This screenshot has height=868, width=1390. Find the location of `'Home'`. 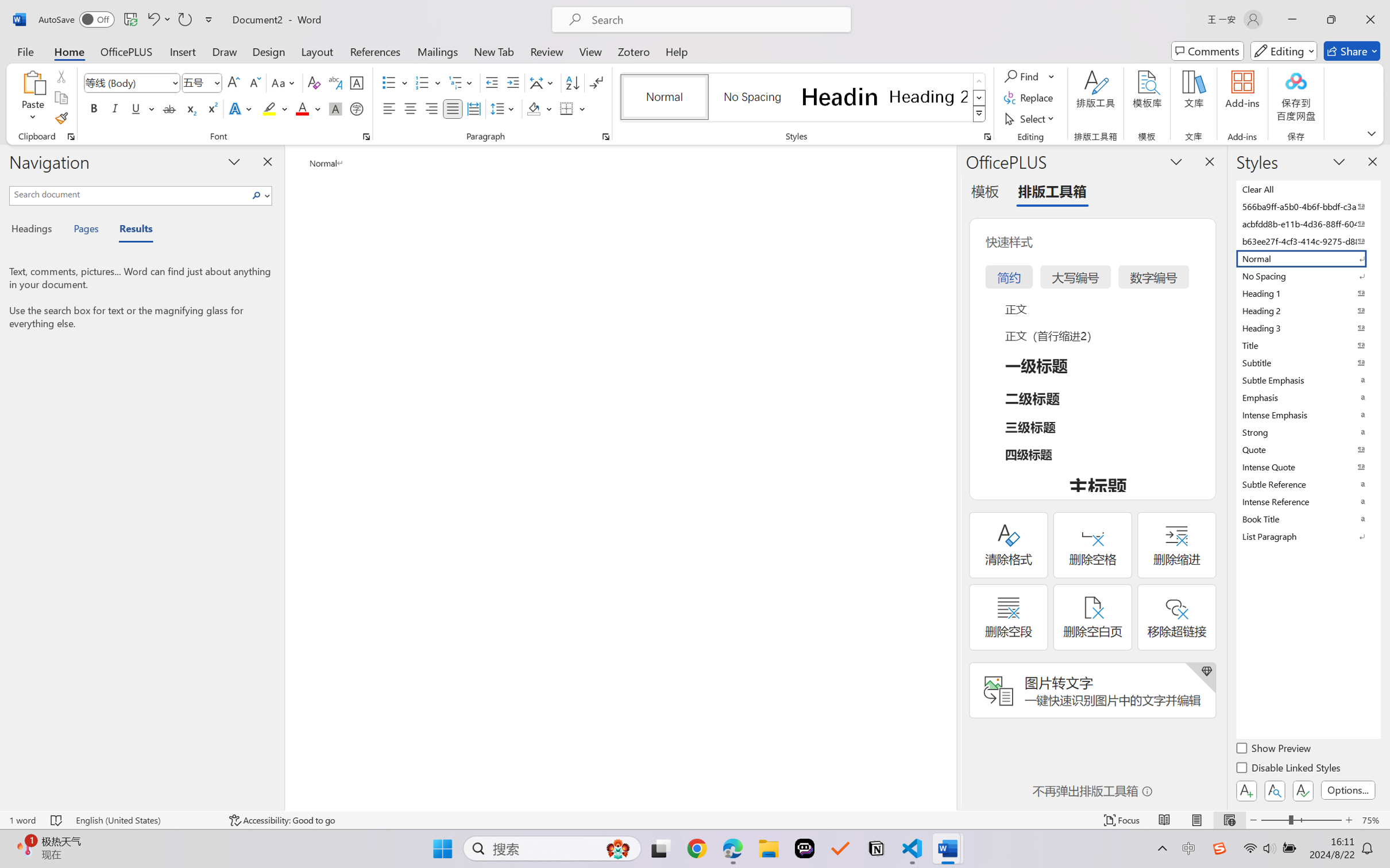

'Home' is located at coordinates (69, 51).